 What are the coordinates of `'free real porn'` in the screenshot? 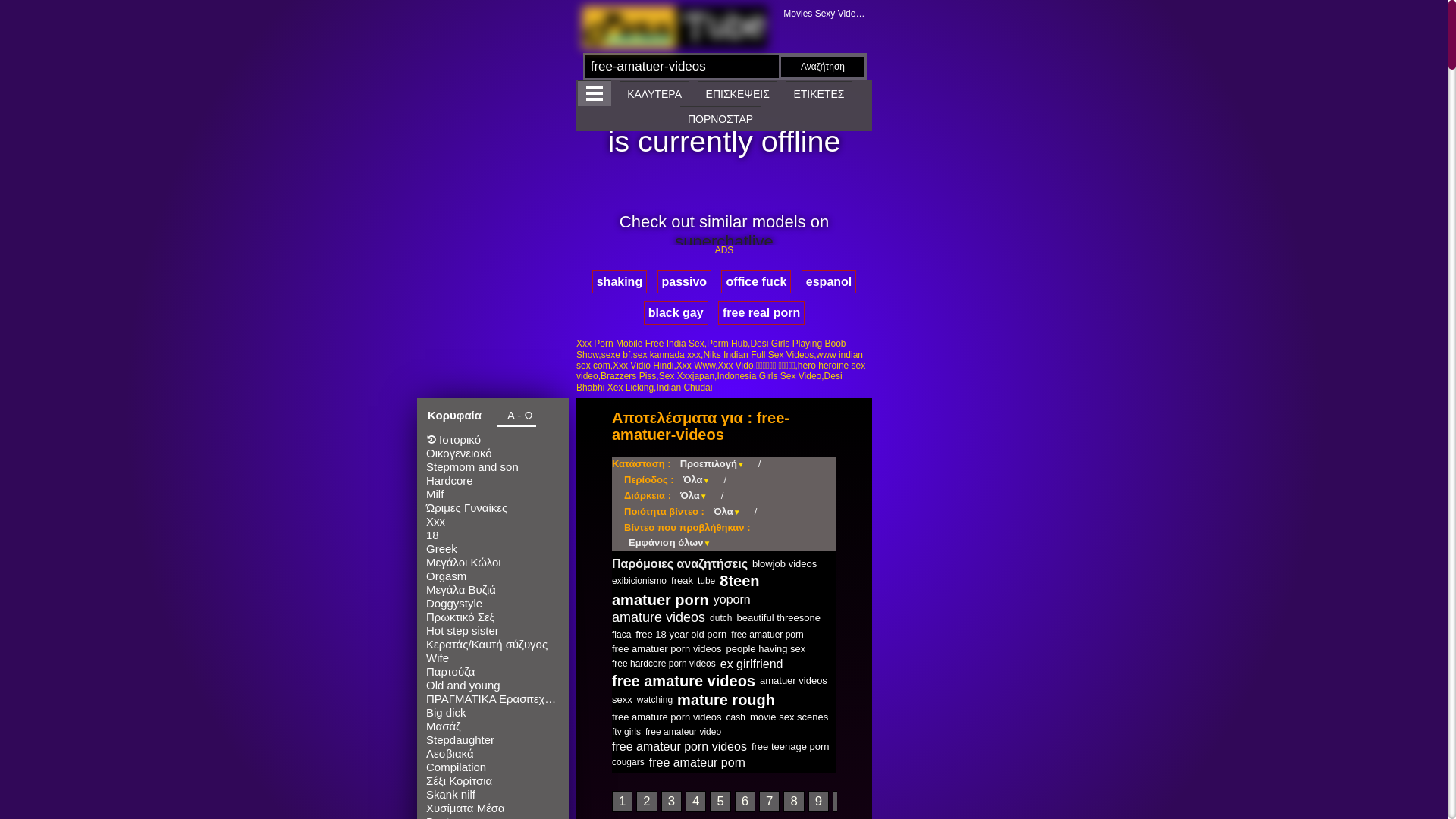 It's located at (717, 312).